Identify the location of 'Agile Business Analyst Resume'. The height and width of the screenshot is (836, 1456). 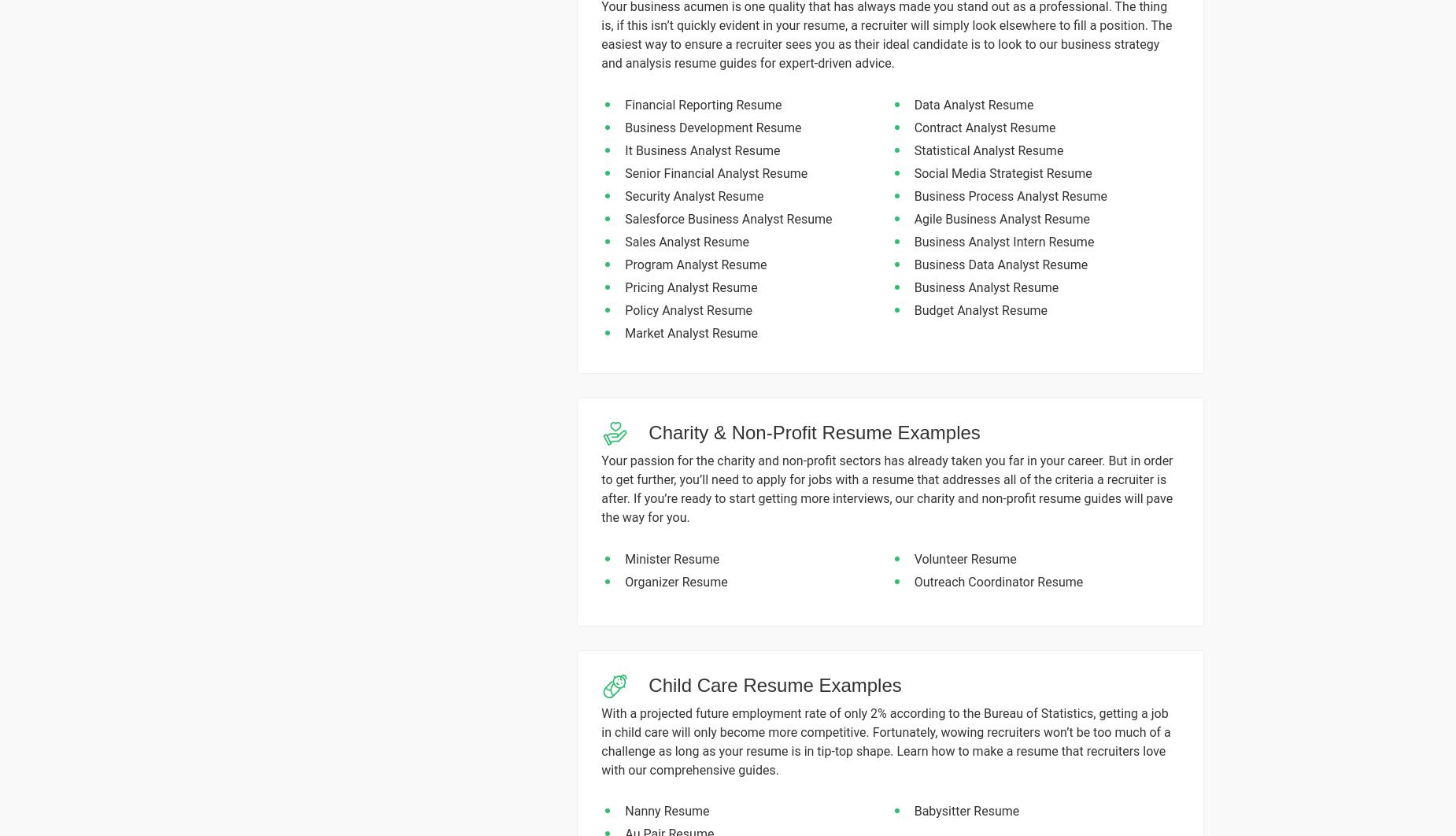
(1000, 217).